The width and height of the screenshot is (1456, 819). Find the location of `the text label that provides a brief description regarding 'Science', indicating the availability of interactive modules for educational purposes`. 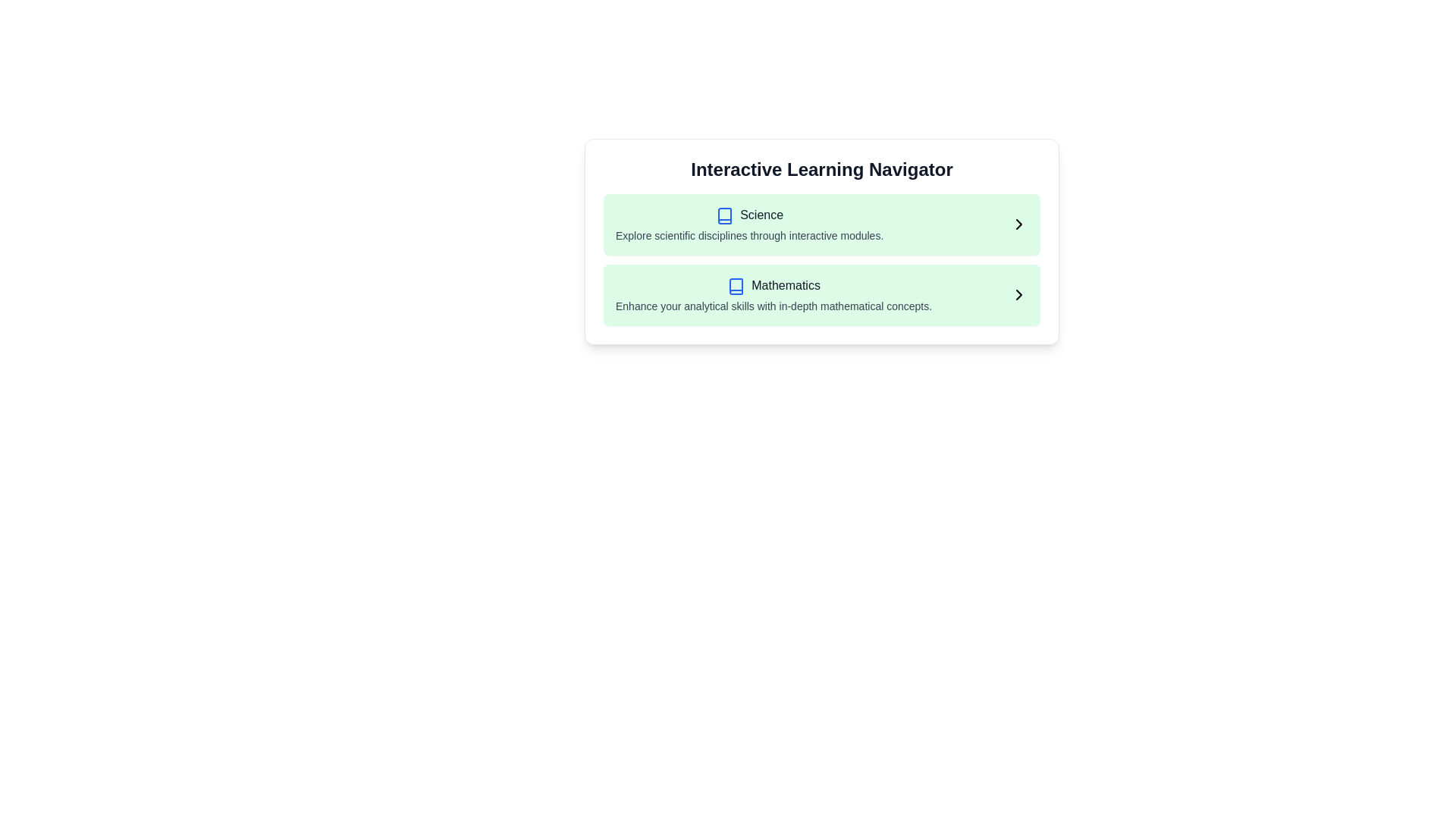

the text label that provides a brief description regarding 'Science', indicating the availability of interactive modules for educational purposes is located at coordinates (749, 235).